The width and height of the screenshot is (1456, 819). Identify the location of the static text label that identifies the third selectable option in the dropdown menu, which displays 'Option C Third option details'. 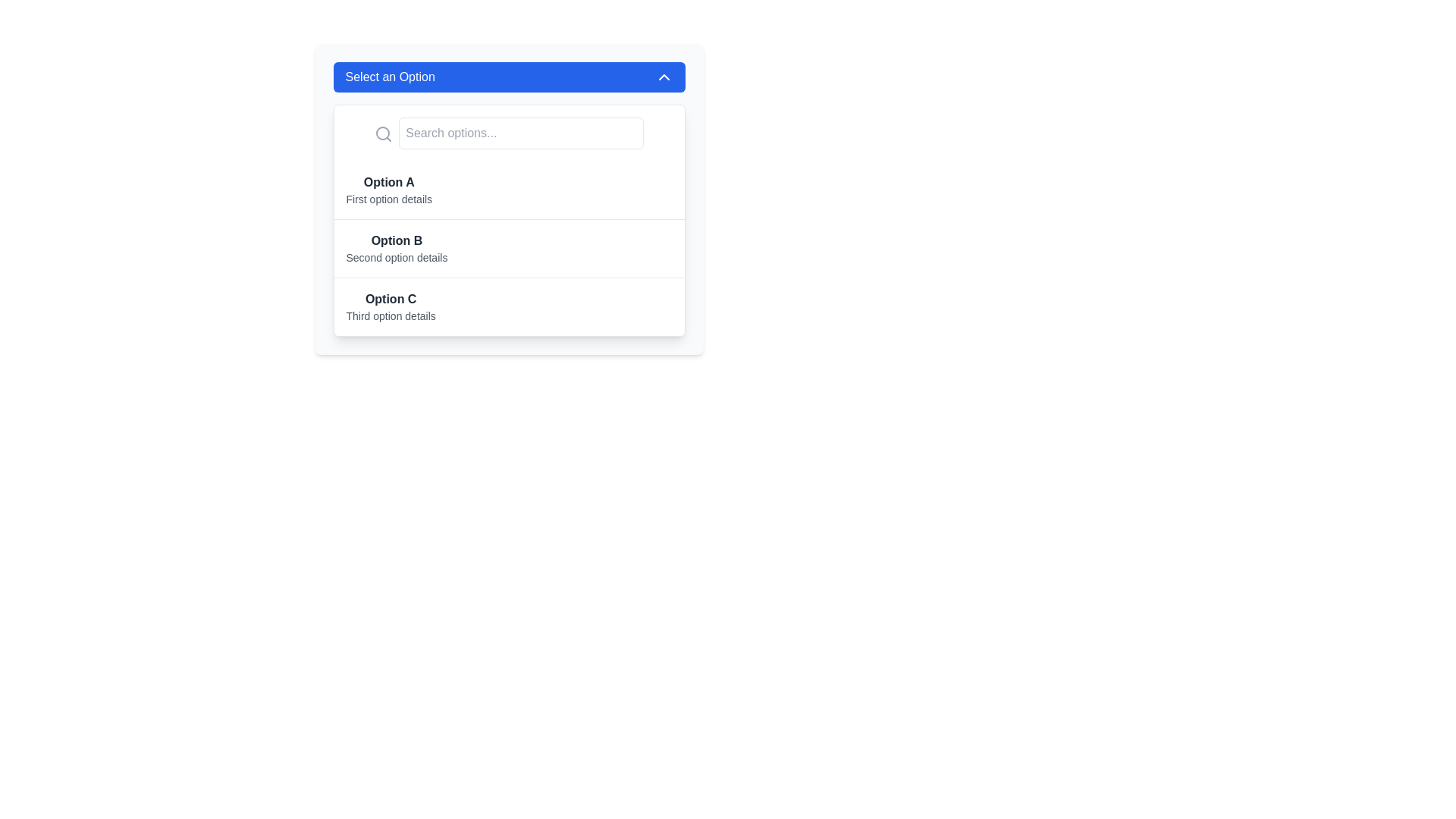
(391, 299).